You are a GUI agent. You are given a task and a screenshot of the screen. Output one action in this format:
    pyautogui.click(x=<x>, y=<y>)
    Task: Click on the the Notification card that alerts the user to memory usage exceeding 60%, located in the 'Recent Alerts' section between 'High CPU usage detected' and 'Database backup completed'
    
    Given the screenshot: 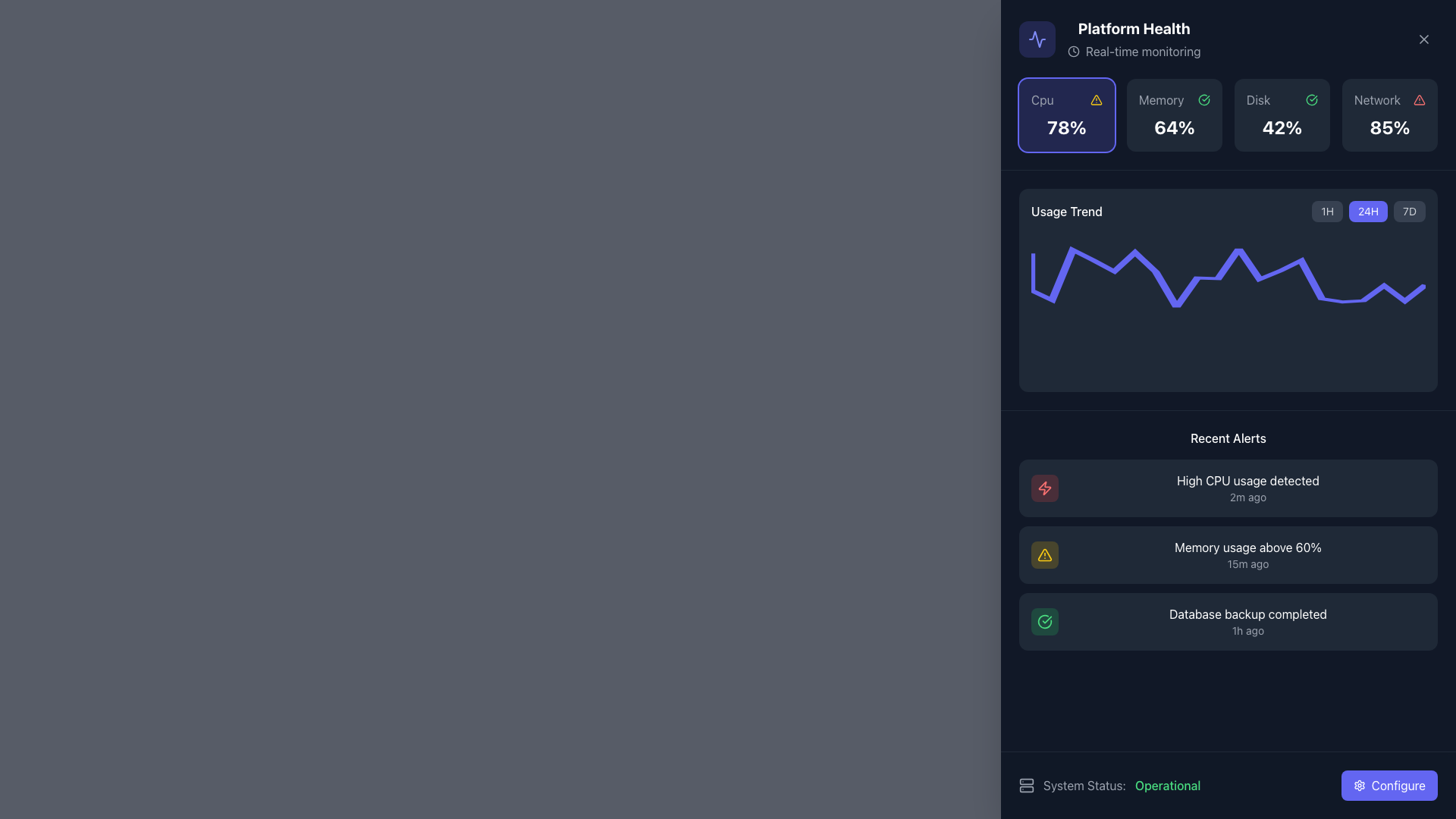 What is the action you would take?
    pyautogui.click(x=1228, y=555)
    